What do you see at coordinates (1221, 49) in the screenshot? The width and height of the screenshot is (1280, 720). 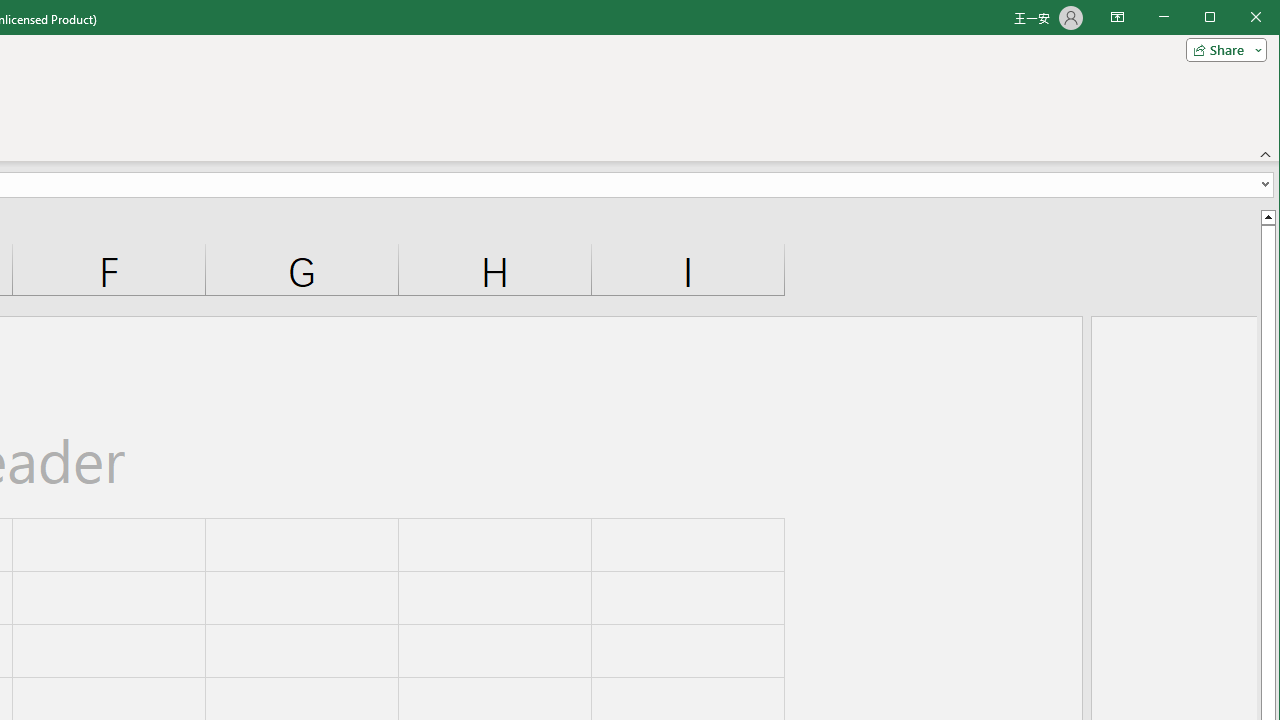 I see `'Share'` at bounding box center [1221, 49].